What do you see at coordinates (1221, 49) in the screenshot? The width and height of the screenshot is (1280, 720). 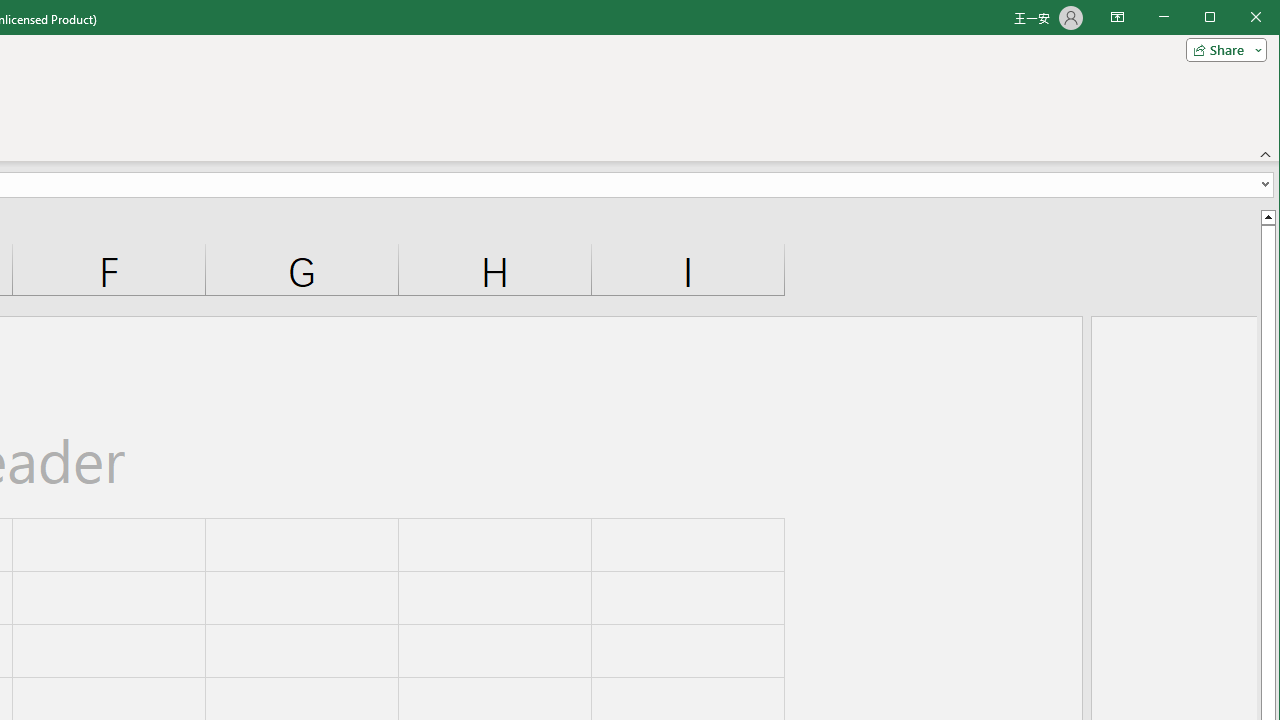 I see `'Share'` at bounding box center [1221, 49].